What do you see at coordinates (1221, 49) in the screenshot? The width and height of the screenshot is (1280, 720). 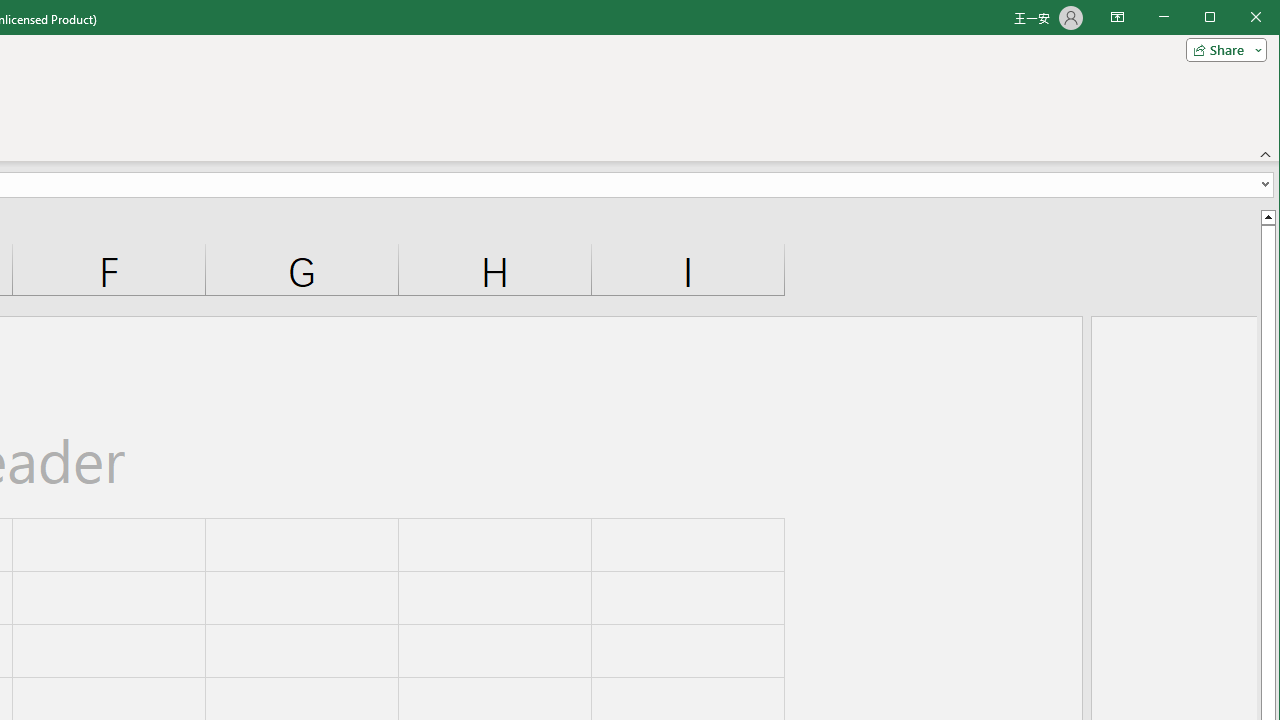 I see `'Share'` at bounding box center [1221, 49].